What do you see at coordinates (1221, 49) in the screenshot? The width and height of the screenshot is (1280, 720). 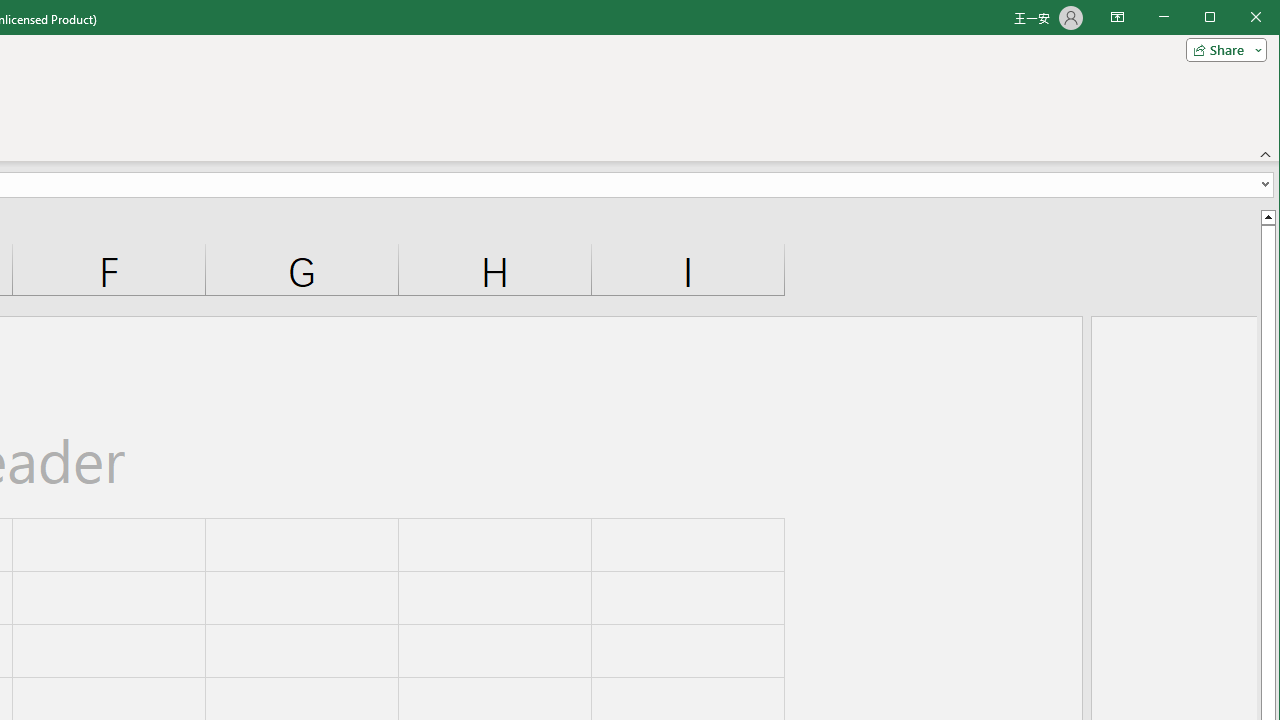 I see `'Share'` at bounding box center [1221, 49].